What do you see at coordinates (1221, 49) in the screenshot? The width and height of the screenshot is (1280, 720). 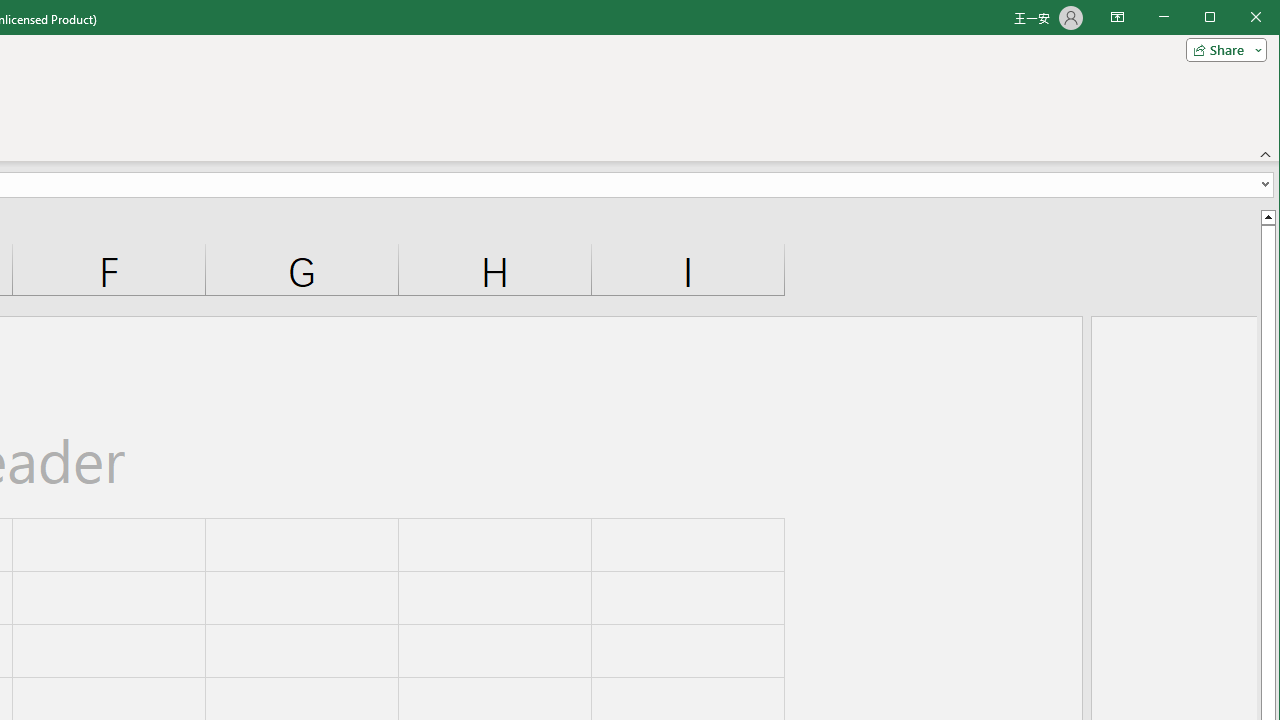 I see `'Share'` at bounding box center [1221, 49].